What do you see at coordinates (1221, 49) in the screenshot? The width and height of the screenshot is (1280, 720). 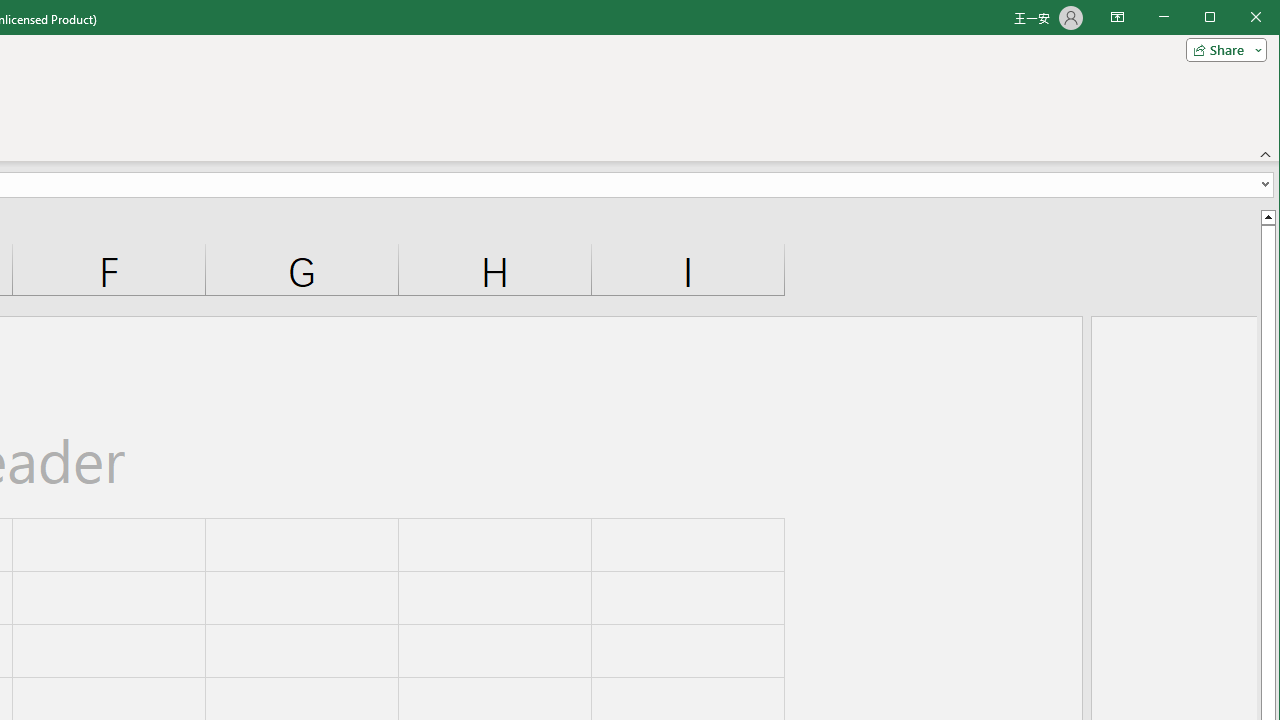 I see `'Share'` at bounding box center [1221, 49].